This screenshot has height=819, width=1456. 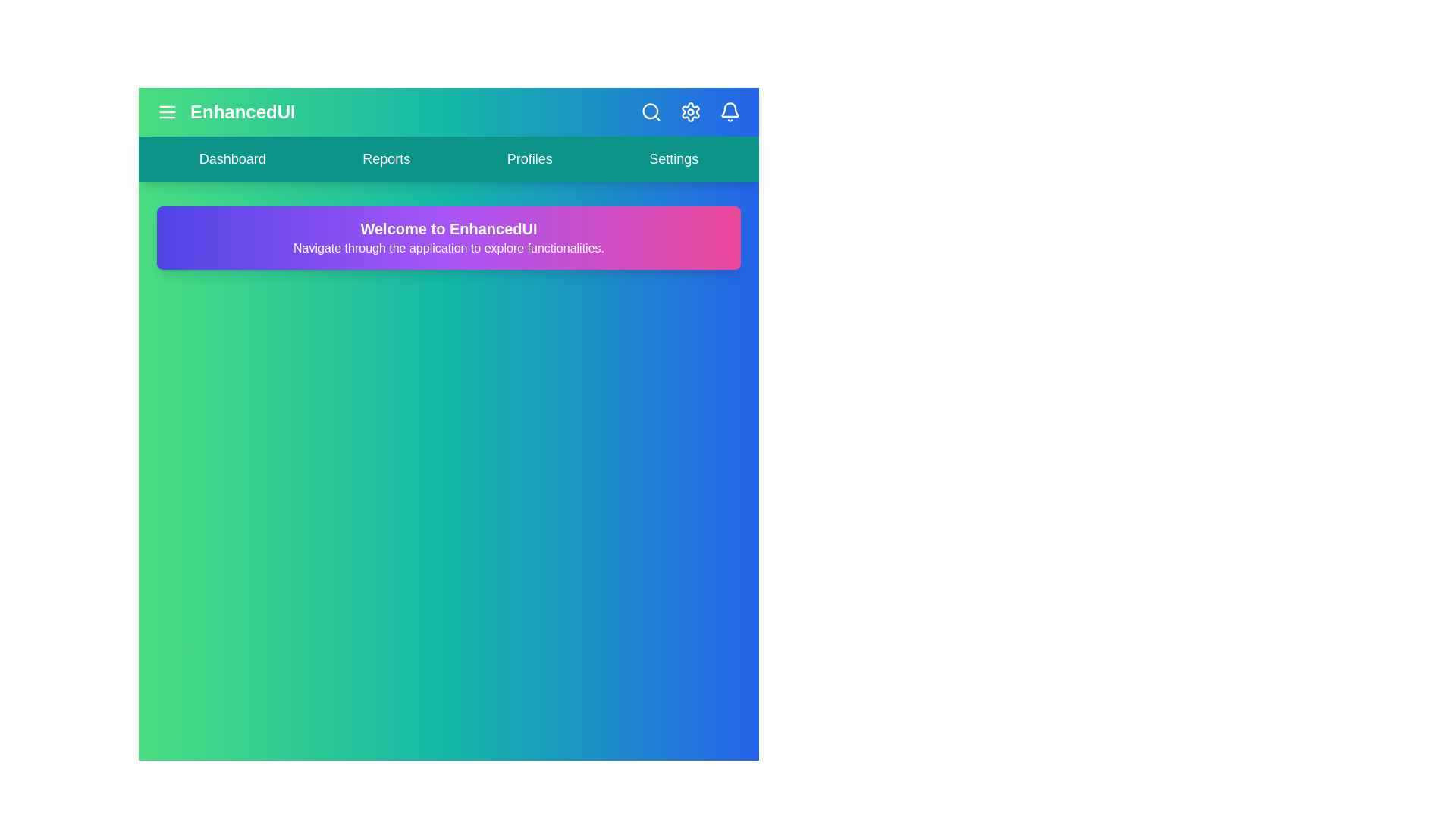 What do you see at coordinates (673, 158) in the screenshot?
I see `the navigation link labeled 'Settings' to preview its hover effect` at bounding box center [673, 158].